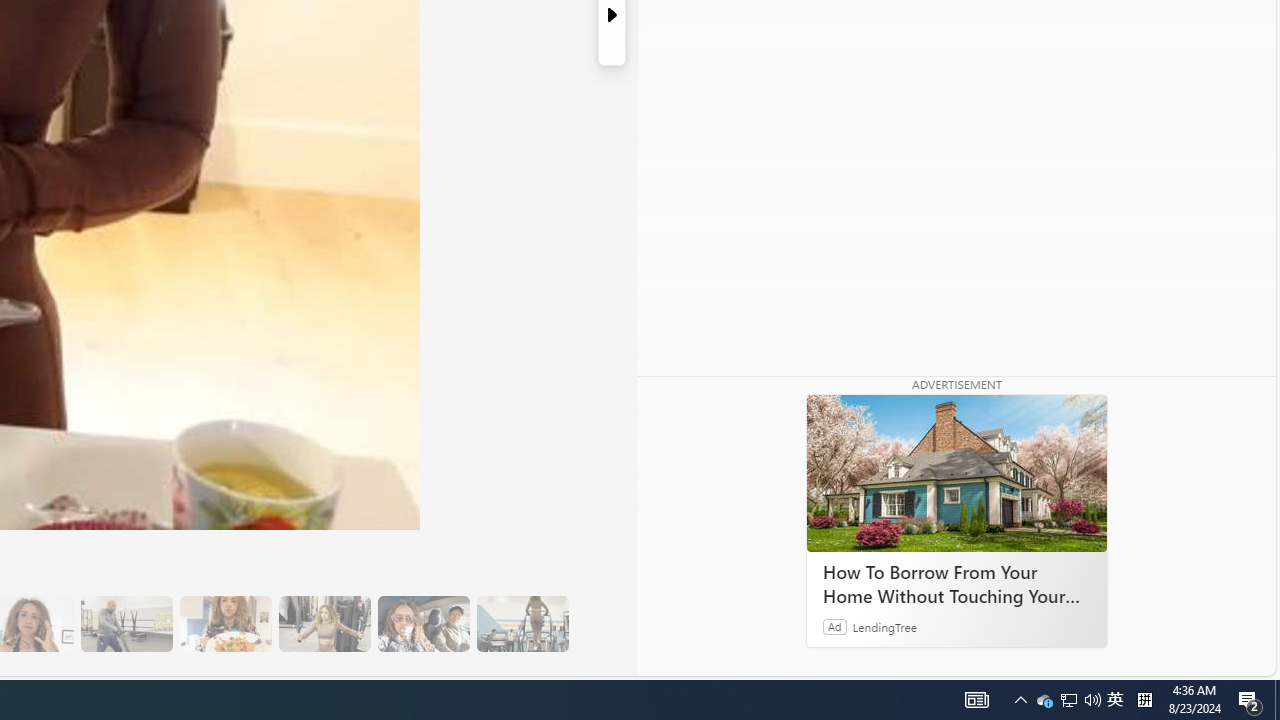 This screenshot has width=1280, height=720. What do you see at coordinates (884, 625) in the screenshot?
I see `'LendingTree'` at bounding box center [884, 625].